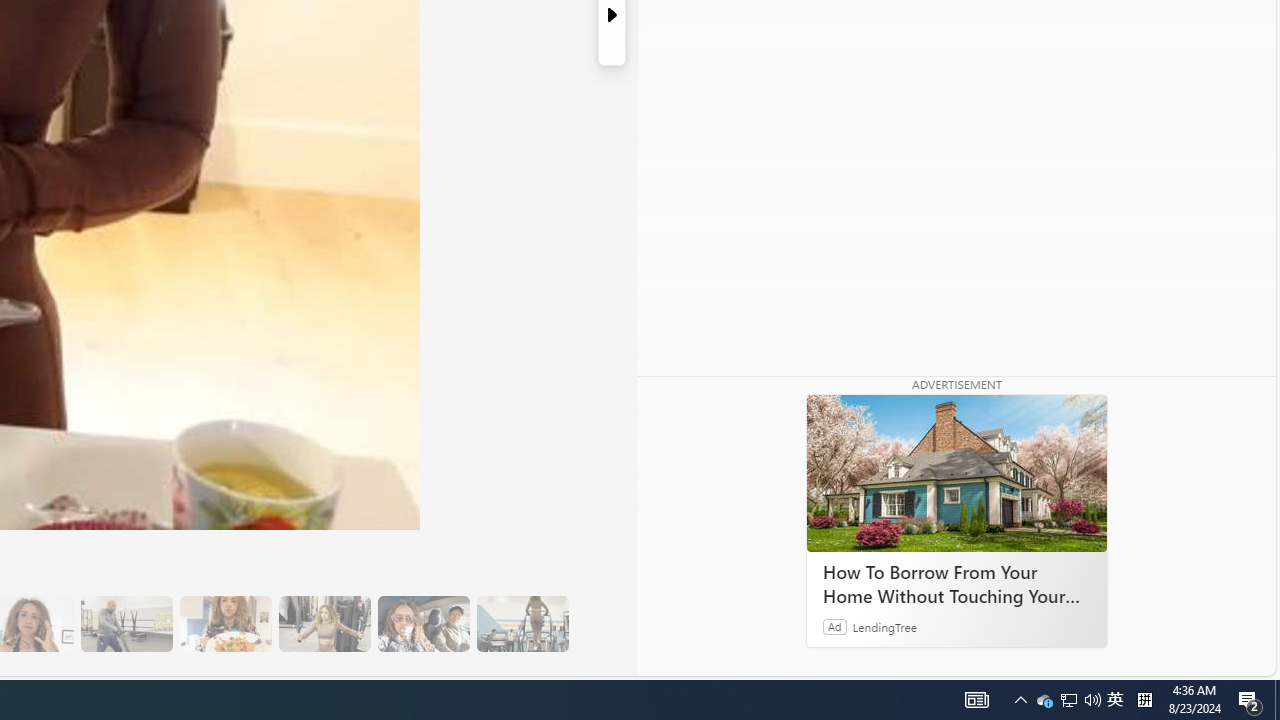 This screenshot has width=1280, height=720. What do you see at coordinates (884, 625) in the screenshot?
I see `'LendingTree'` at bounding box center [884, 625].